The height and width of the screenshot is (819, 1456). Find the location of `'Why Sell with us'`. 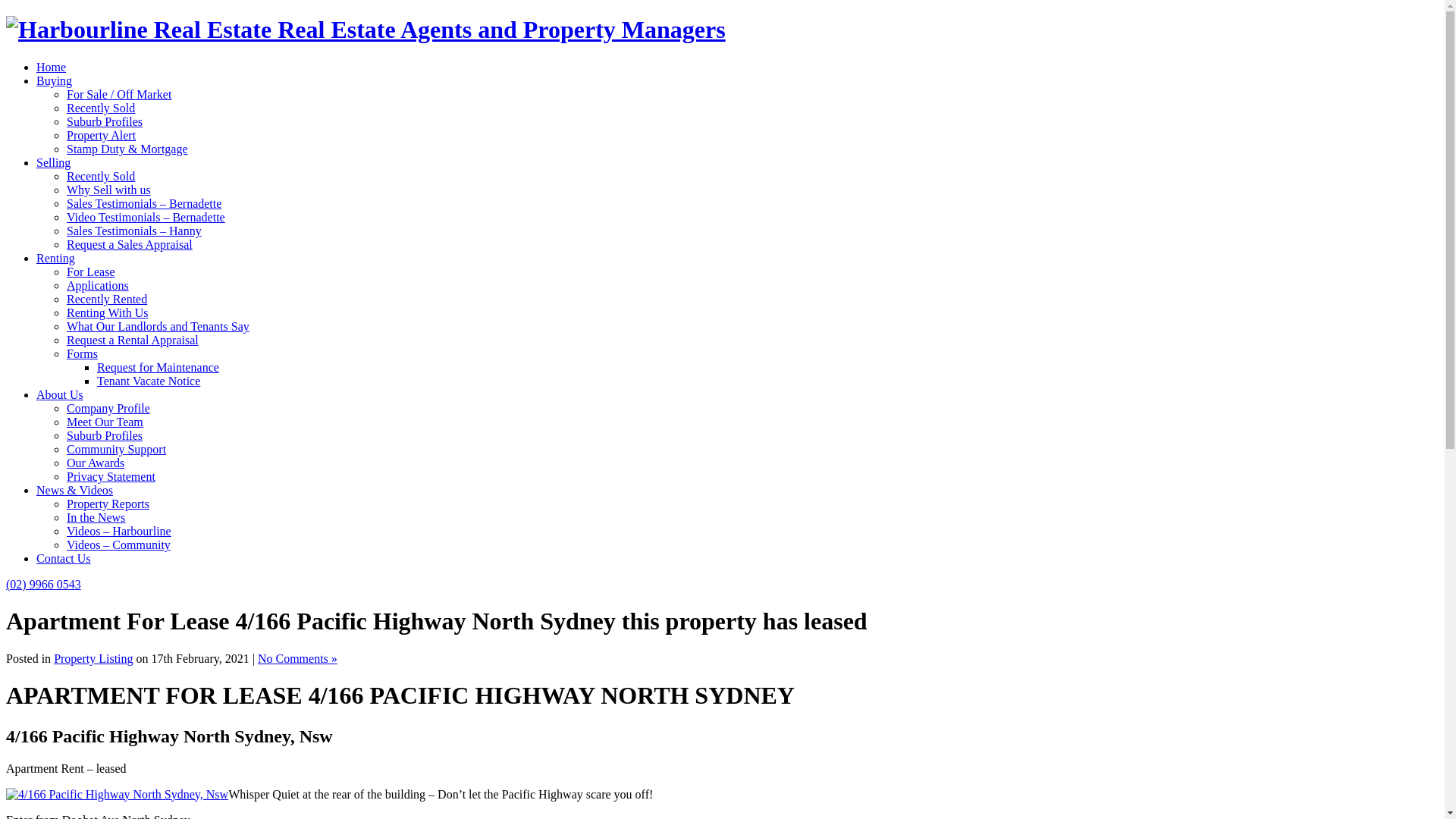

'Why Sell with us' is located at coordinates (108, 189).